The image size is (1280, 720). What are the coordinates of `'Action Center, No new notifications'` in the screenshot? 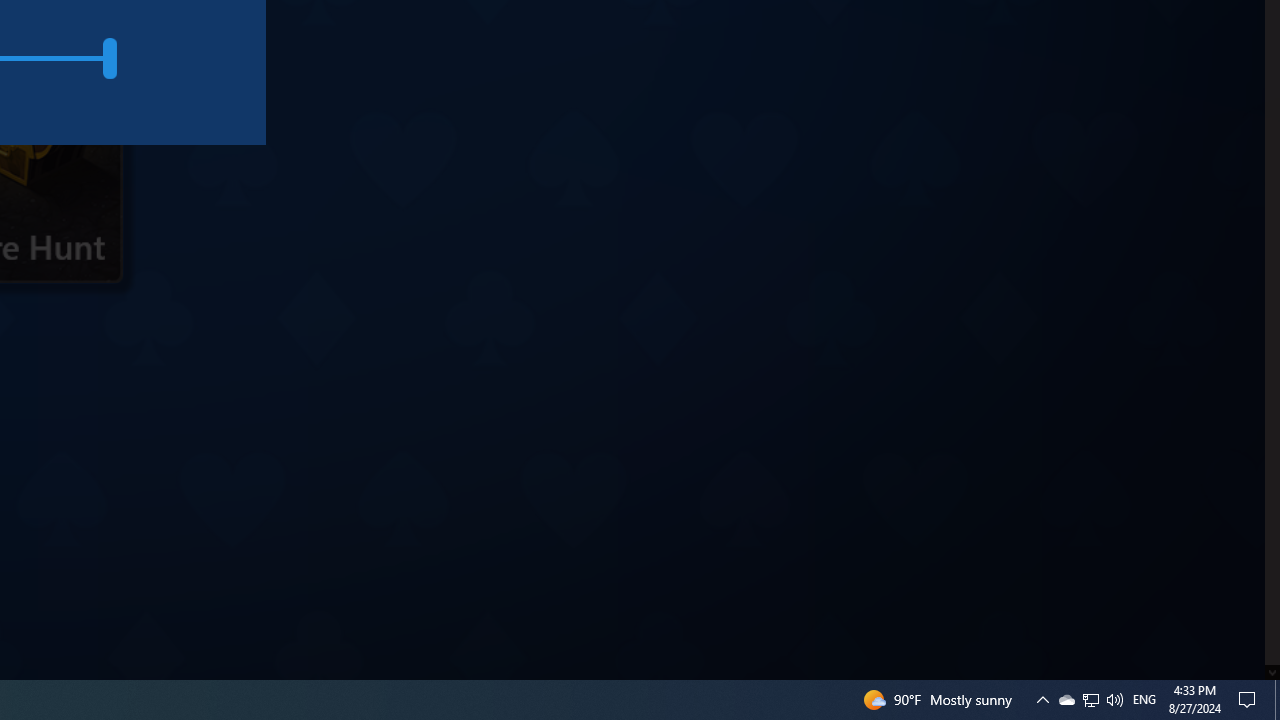 It's located at (1250, 698).